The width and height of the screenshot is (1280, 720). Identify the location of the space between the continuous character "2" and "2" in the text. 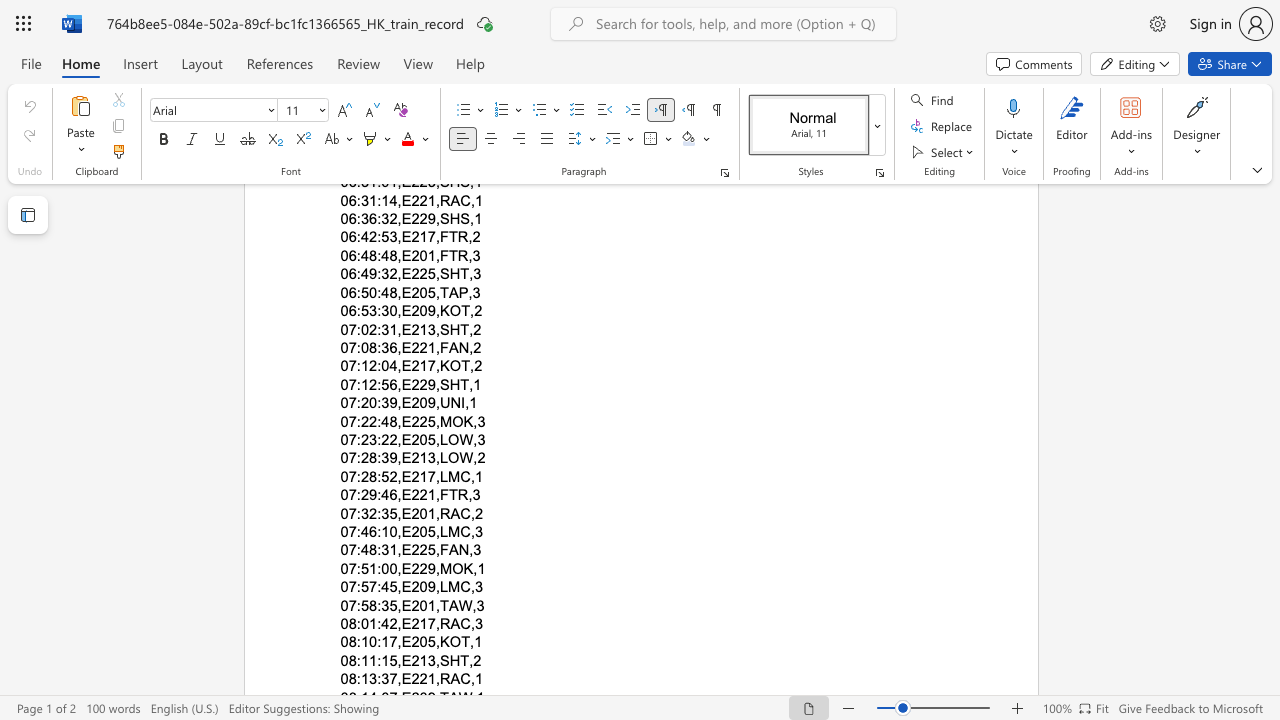
(418, 678).